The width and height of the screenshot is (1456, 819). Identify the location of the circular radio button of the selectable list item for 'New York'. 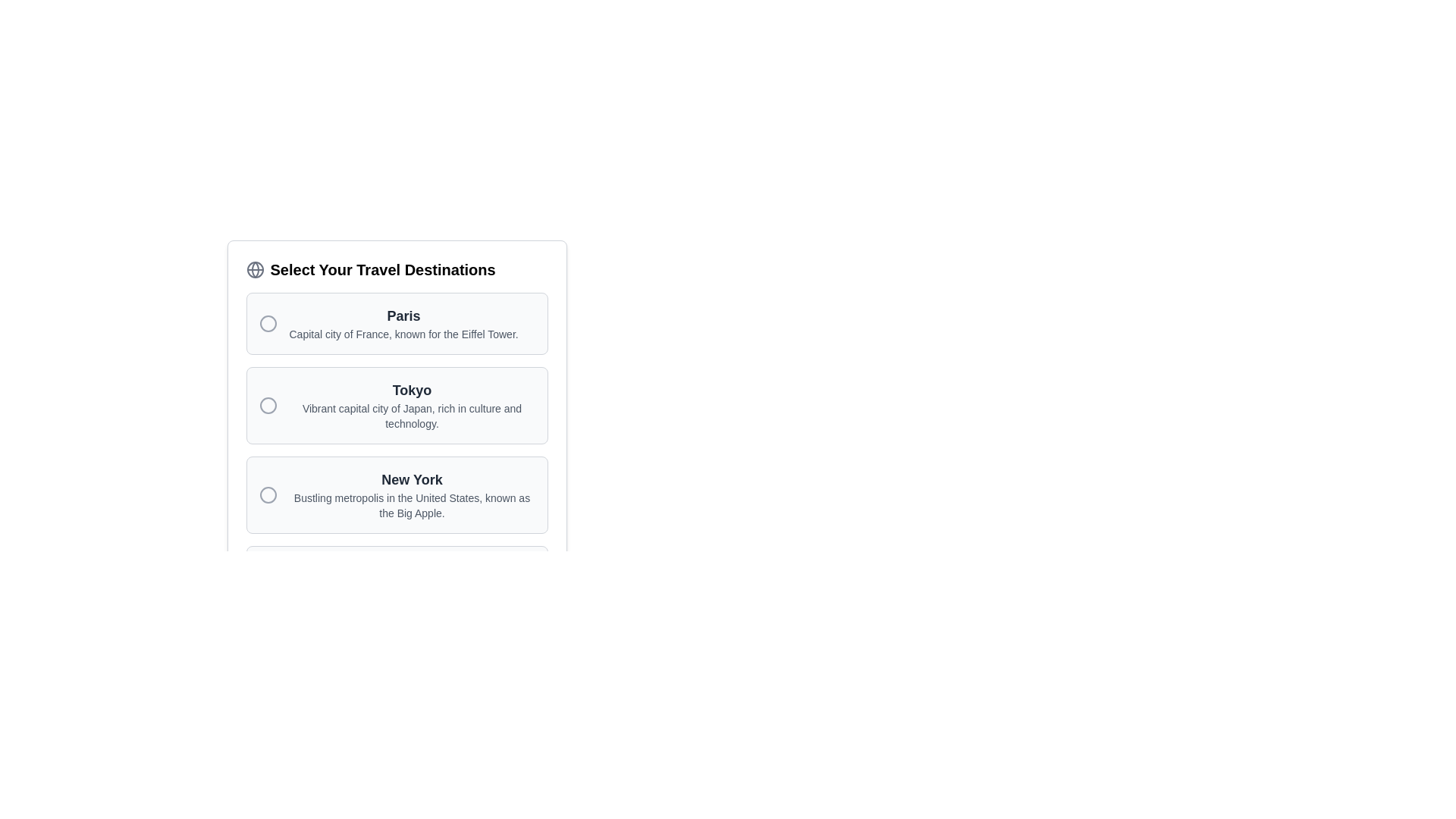
(397, 494).